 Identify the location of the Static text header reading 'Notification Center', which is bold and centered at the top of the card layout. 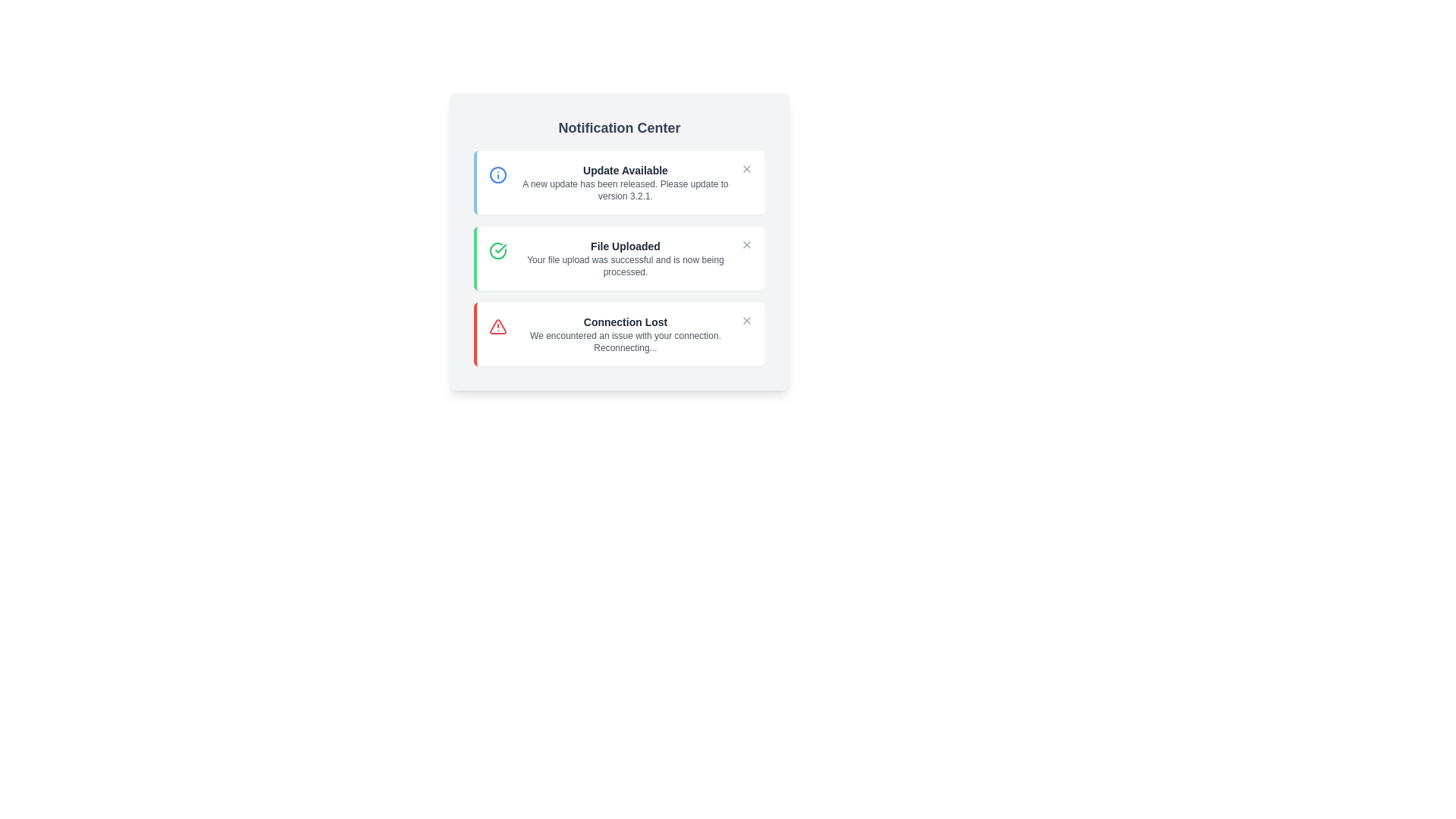
(619, 127).